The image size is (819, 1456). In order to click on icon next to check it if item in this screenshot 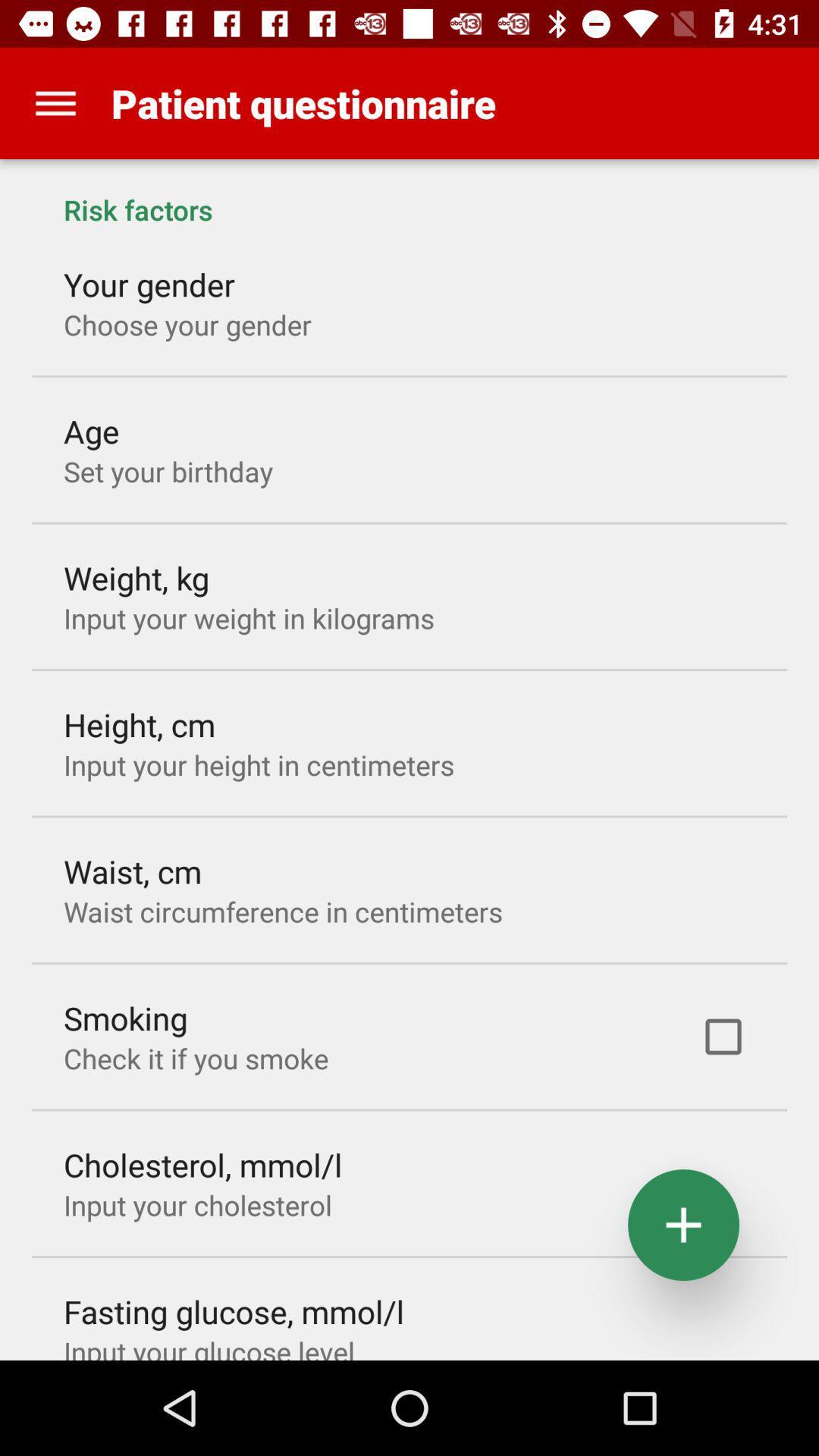, I will do `click(722, 1036)`.